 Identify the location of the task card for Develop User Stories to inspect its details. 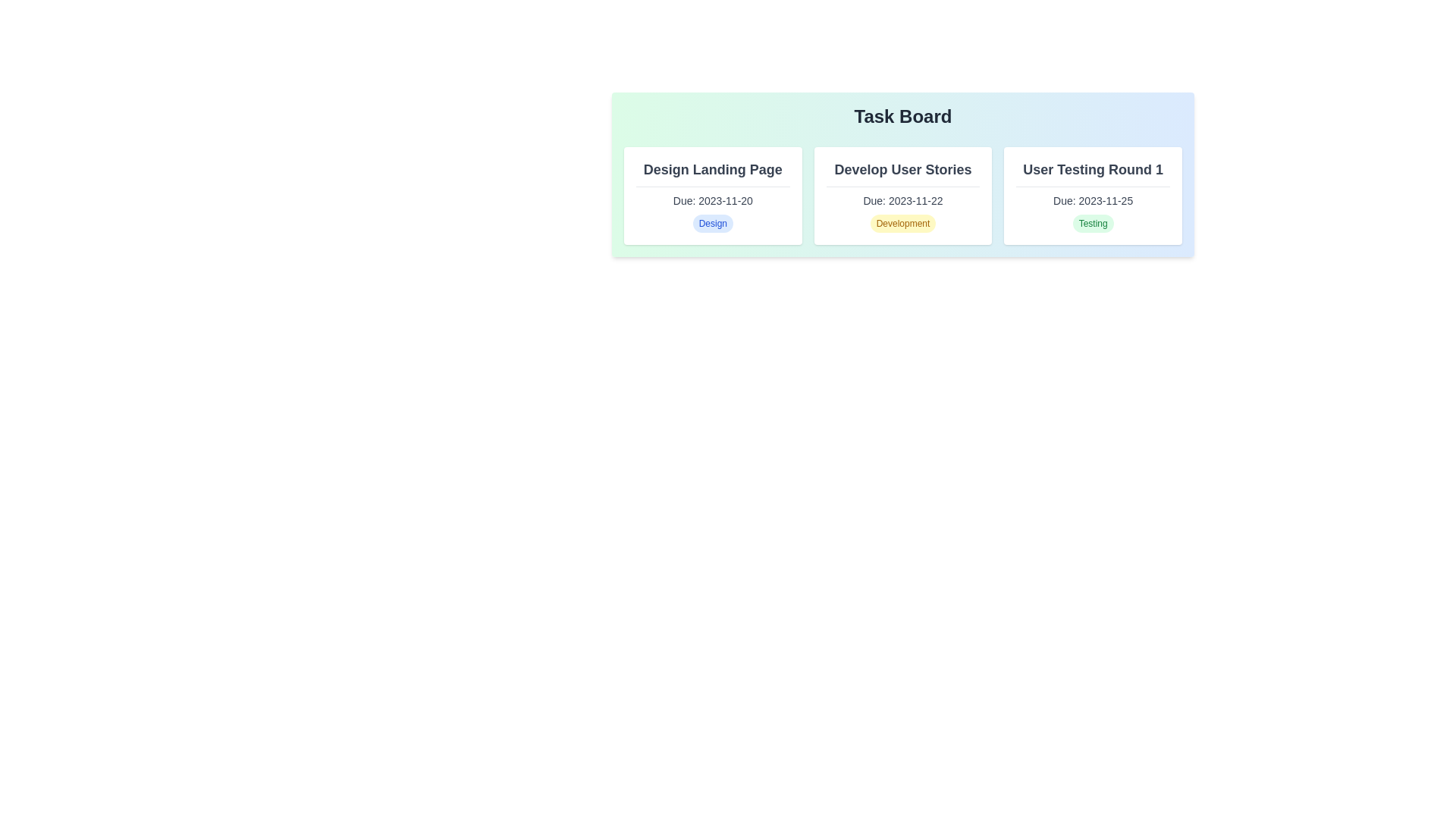
(902, 195).